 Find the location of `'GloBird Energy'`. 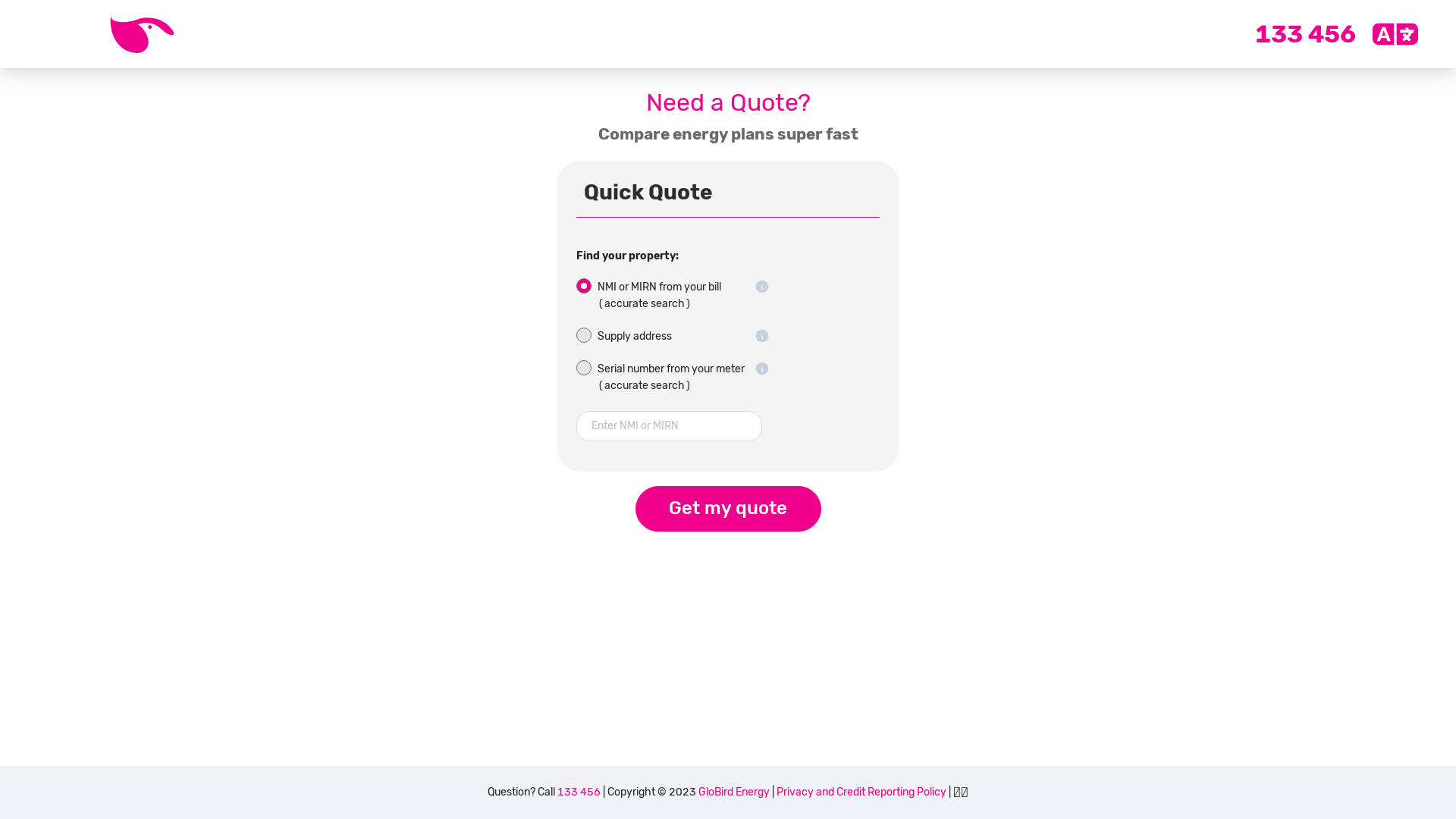

'GloBird Energy' is located at coordinates (734, 791).